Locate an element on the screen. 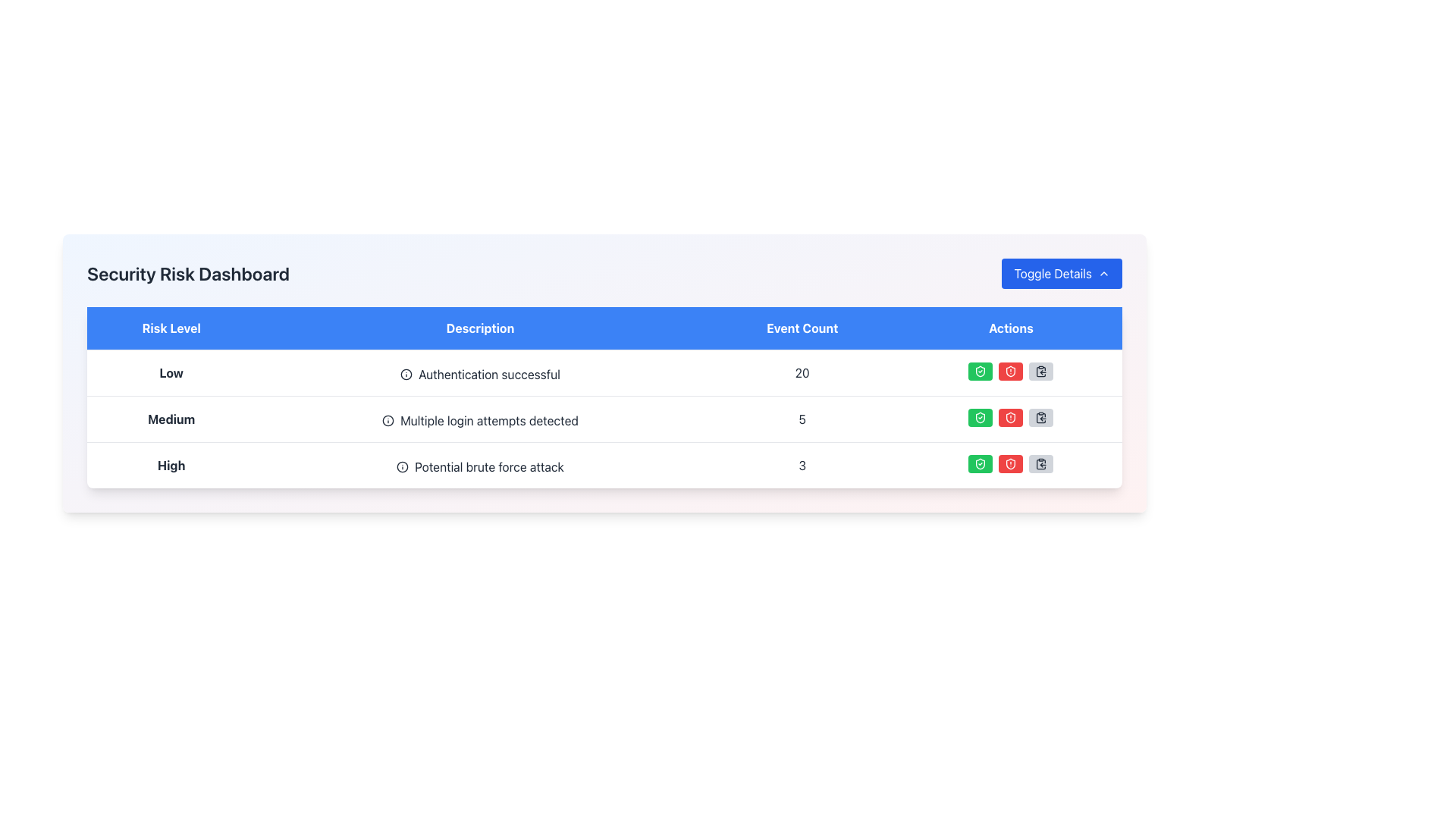 Image resolution: width=1456 pixels, height=819 pixels. the Icon Button in the last column under the 'Actions' header, specifically in the third row corresponding to the 'High risk level' entry is located at coordinates (1040, 371).